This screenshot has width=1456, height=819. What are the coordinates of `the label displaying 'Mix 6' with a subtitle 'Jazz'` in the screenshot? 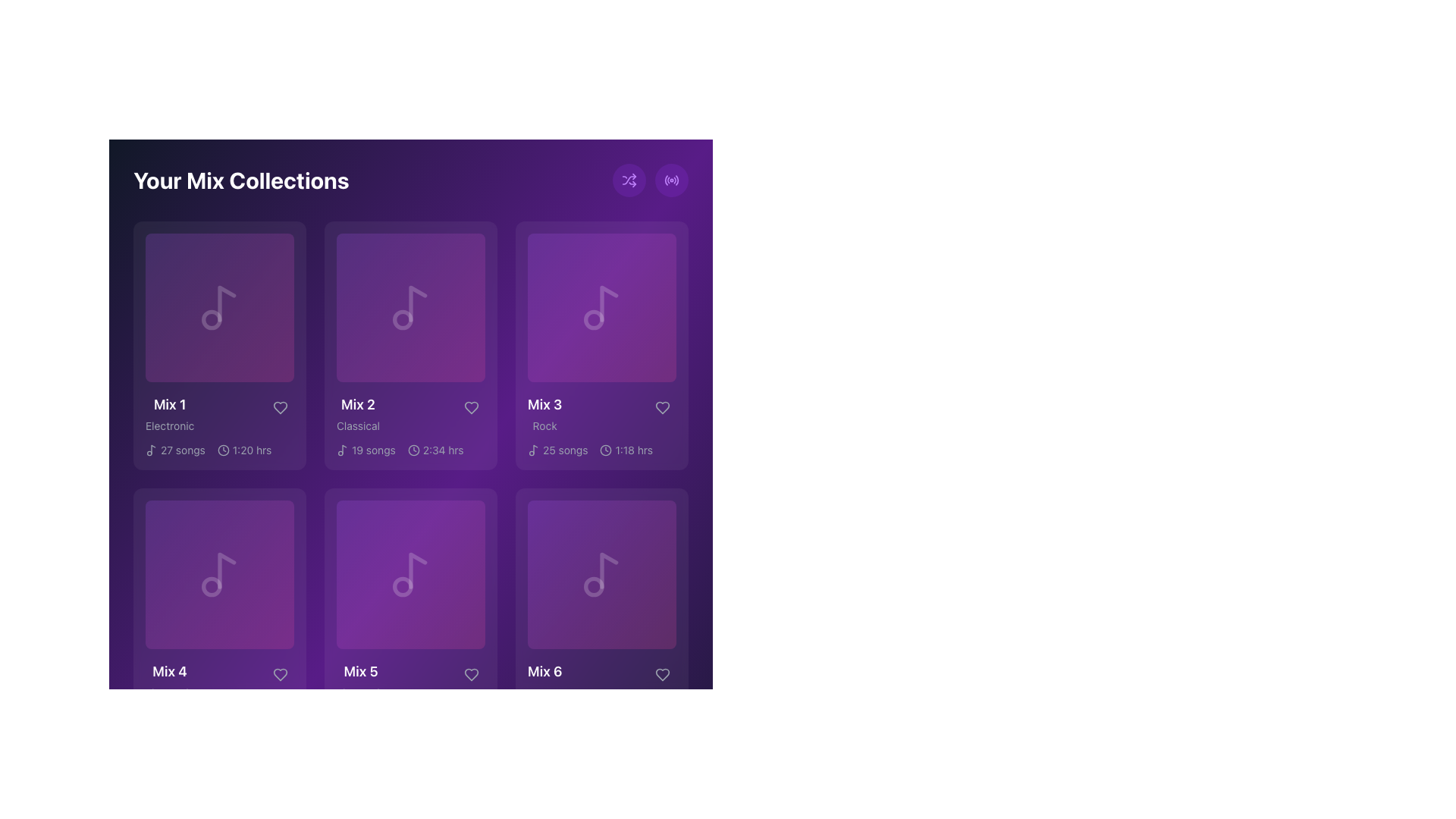 It's located at (544, 680).